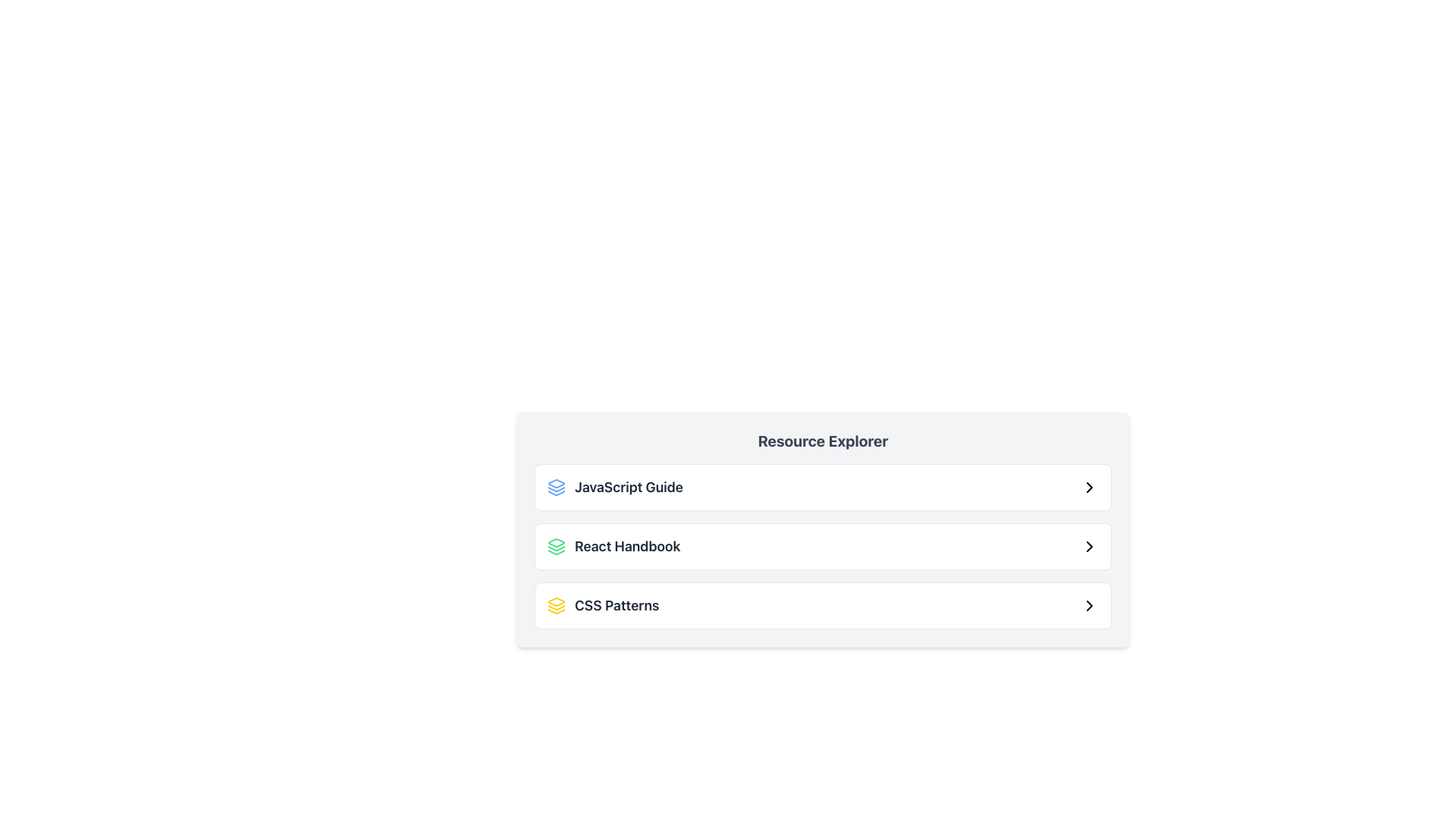 This screenshot has width=1456, height=819. Describe the element at coordinates (556, 547) in the screenshot. I see `the stacked three-layer icon with a green outline located to the left of the 'React Handbook' text in the resource menu` at that location.